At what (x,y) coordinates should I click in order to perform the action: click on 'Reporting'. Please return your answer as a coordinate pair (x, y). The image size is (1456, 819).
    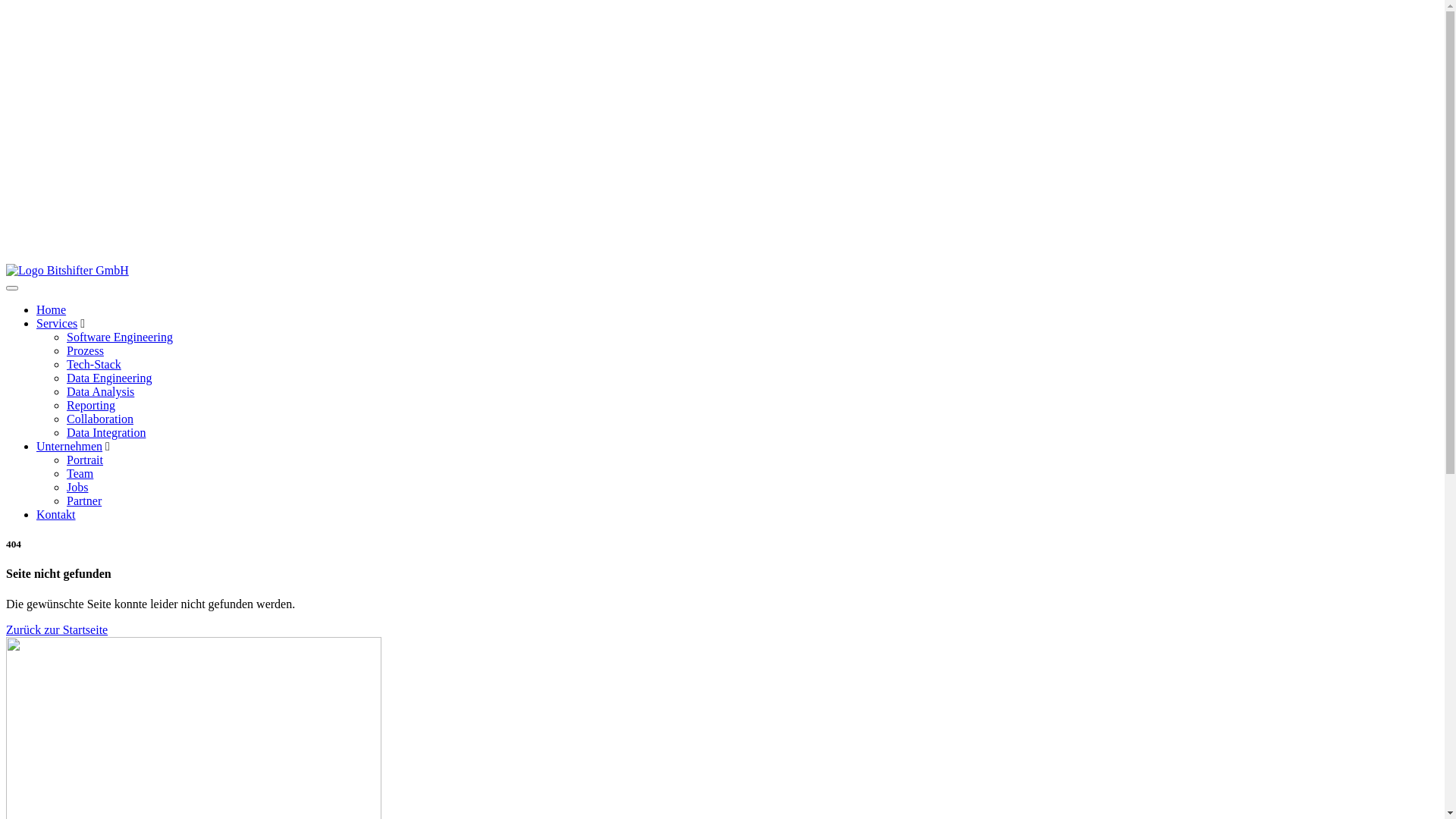
    Looking at the image, I should click on (90, 404).